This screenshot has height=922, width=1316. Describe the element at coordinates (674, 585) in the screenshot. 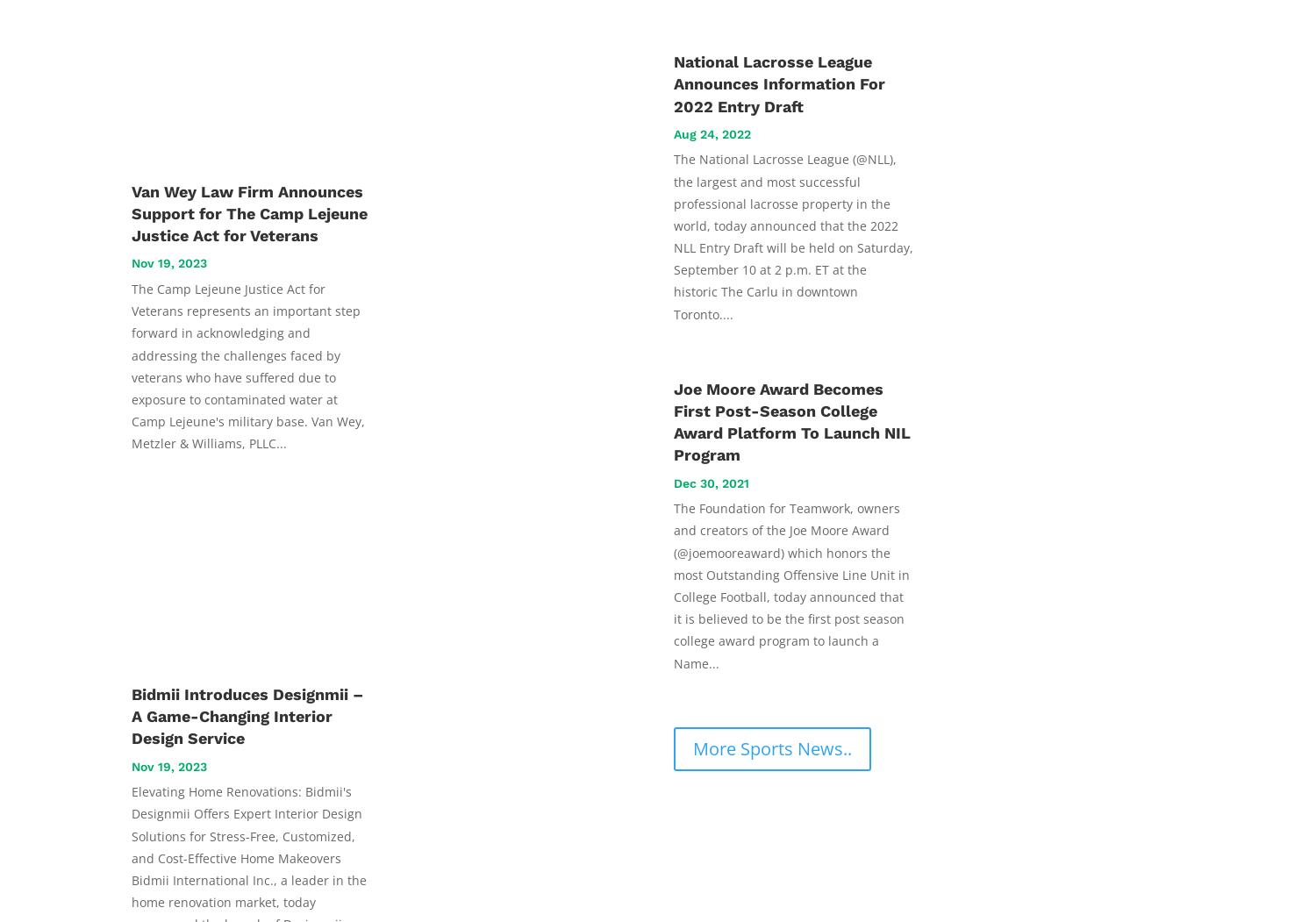

I see `'The Foundation for Teamwork, owners and creators of the Joe Moore Award (@joemooreaward) which honors the most Outstanding Offensive Line Unit in College Football, today announced that it is believed to be the first post season college award program to launch a Name...'` at that location.